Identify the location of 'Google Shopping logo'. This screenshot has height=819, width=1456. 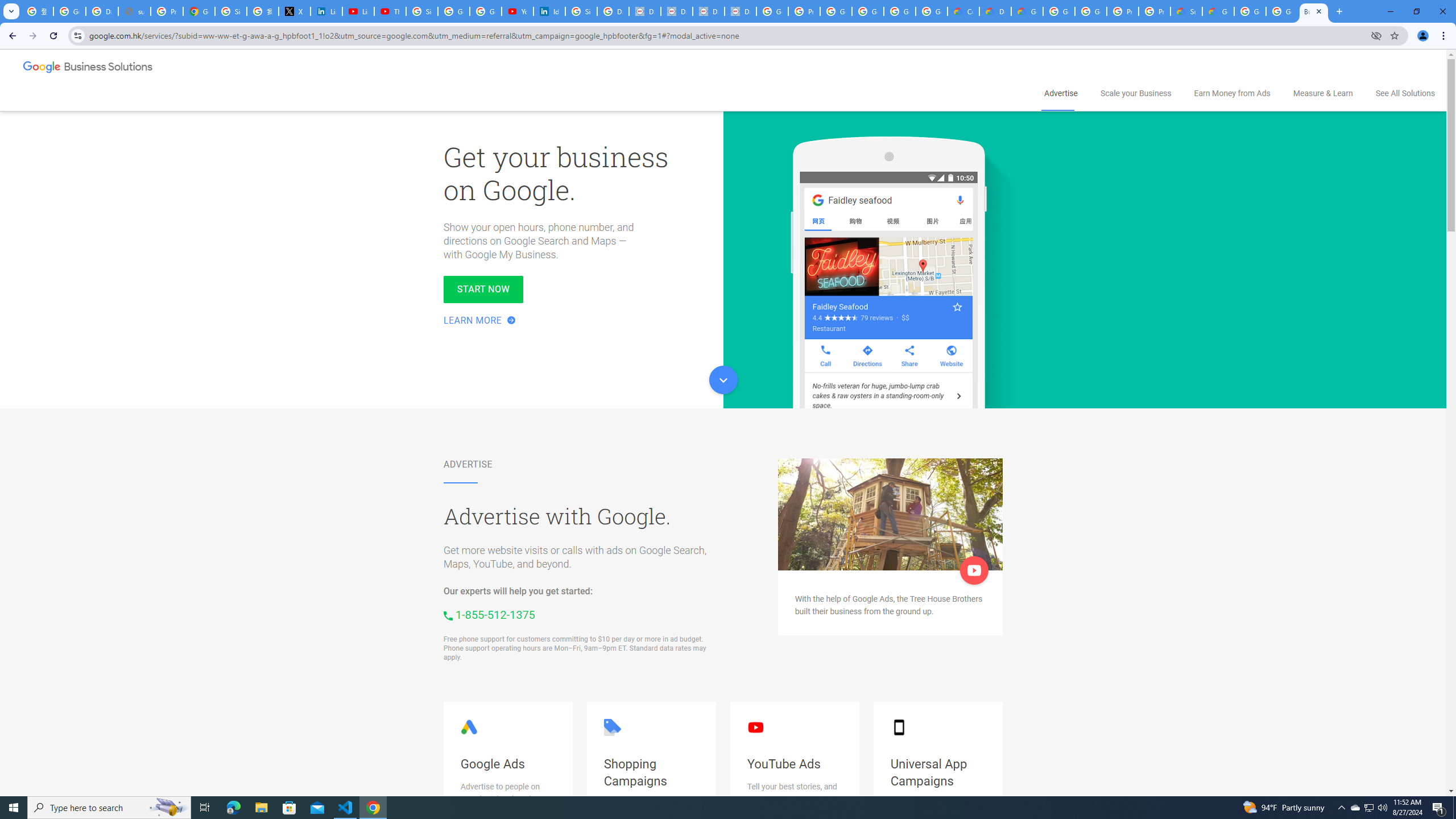
(612, 727).